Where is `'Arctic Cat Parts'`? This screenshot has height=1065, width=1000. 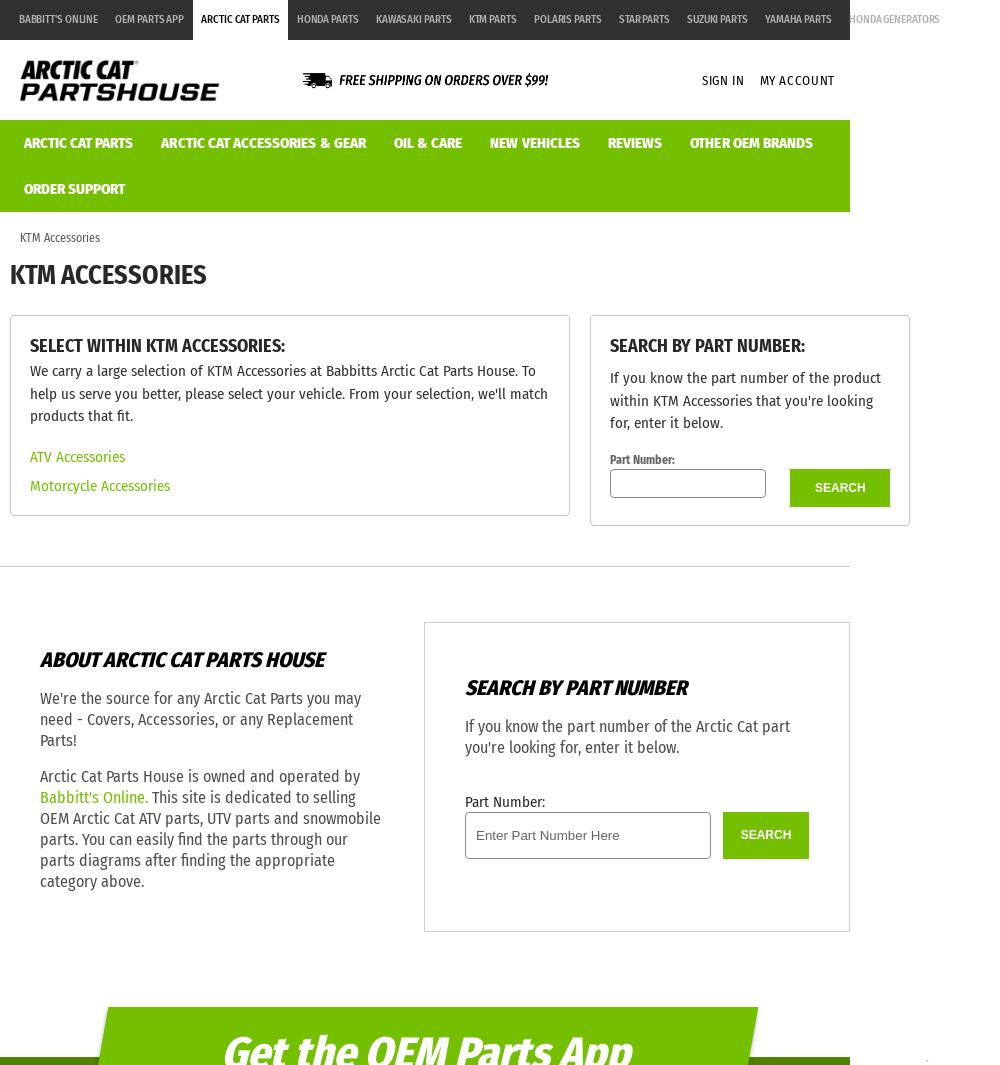
'Arctic Cat Parts' is located at coordinates (239, 18).